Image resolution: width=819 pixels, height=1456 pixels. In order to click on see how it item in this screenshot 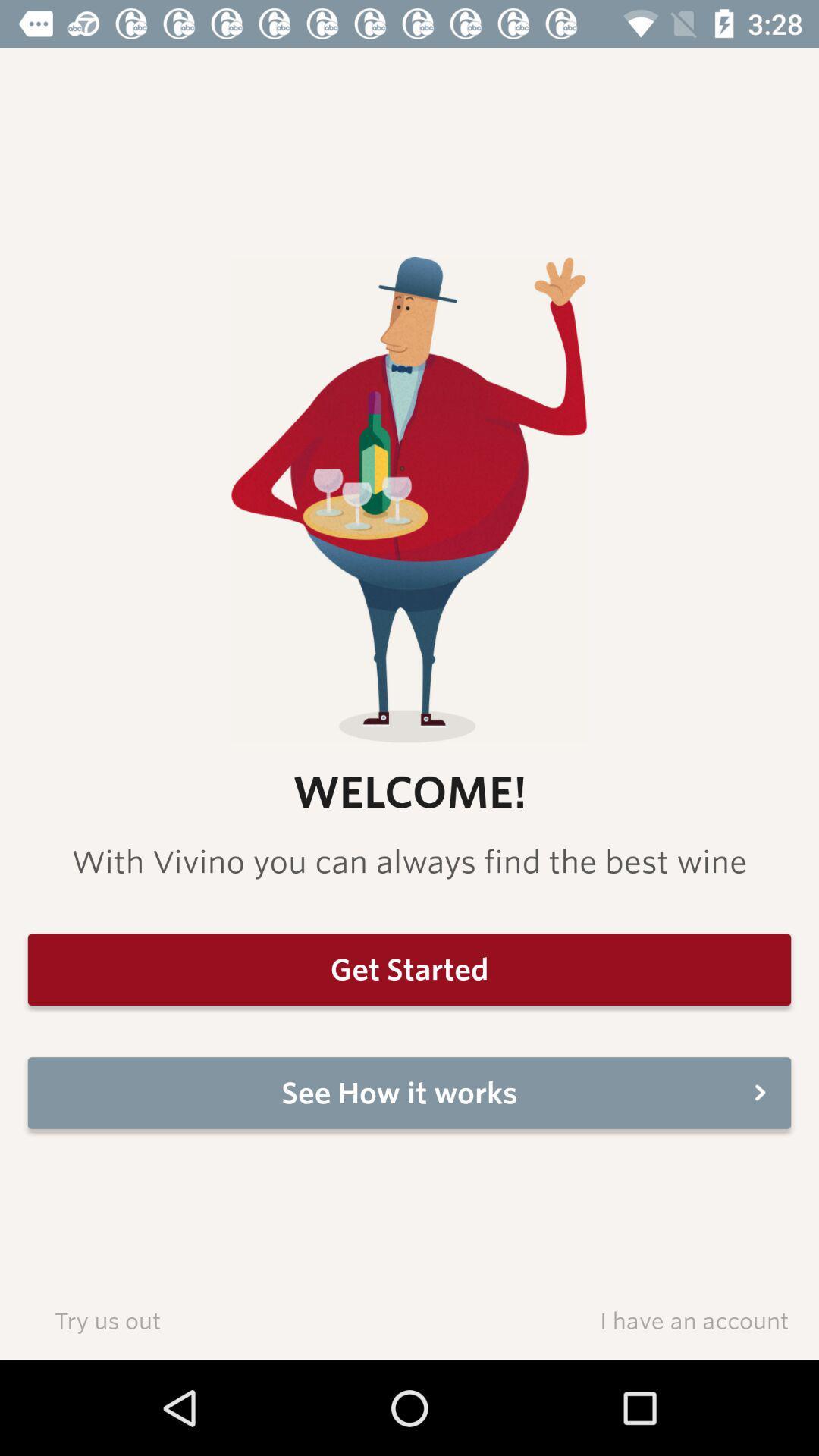, I will do `click(409, 1093)`.